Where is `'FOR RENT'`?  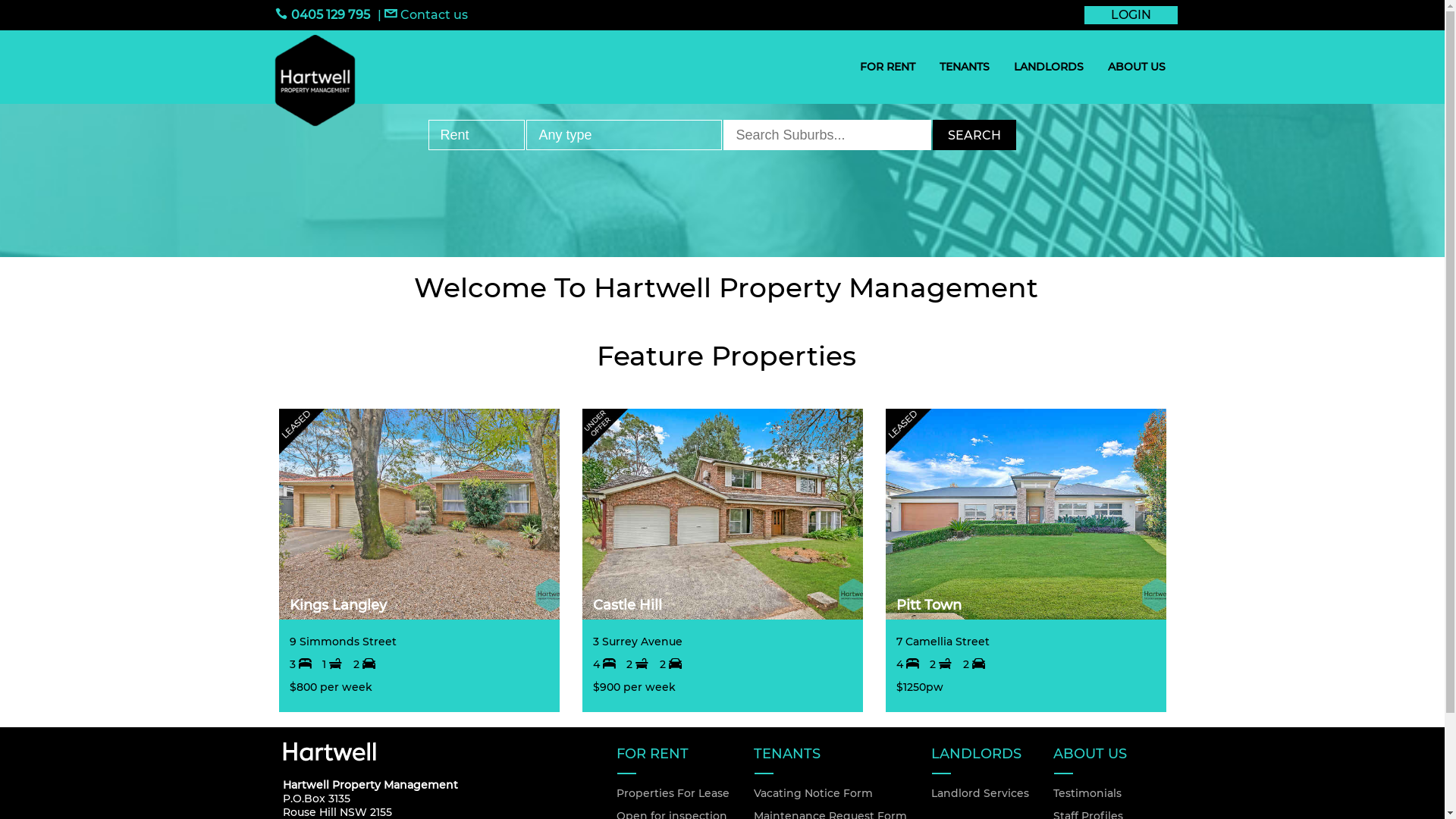 'FOR RENT' is located at coordinates (671, 758).